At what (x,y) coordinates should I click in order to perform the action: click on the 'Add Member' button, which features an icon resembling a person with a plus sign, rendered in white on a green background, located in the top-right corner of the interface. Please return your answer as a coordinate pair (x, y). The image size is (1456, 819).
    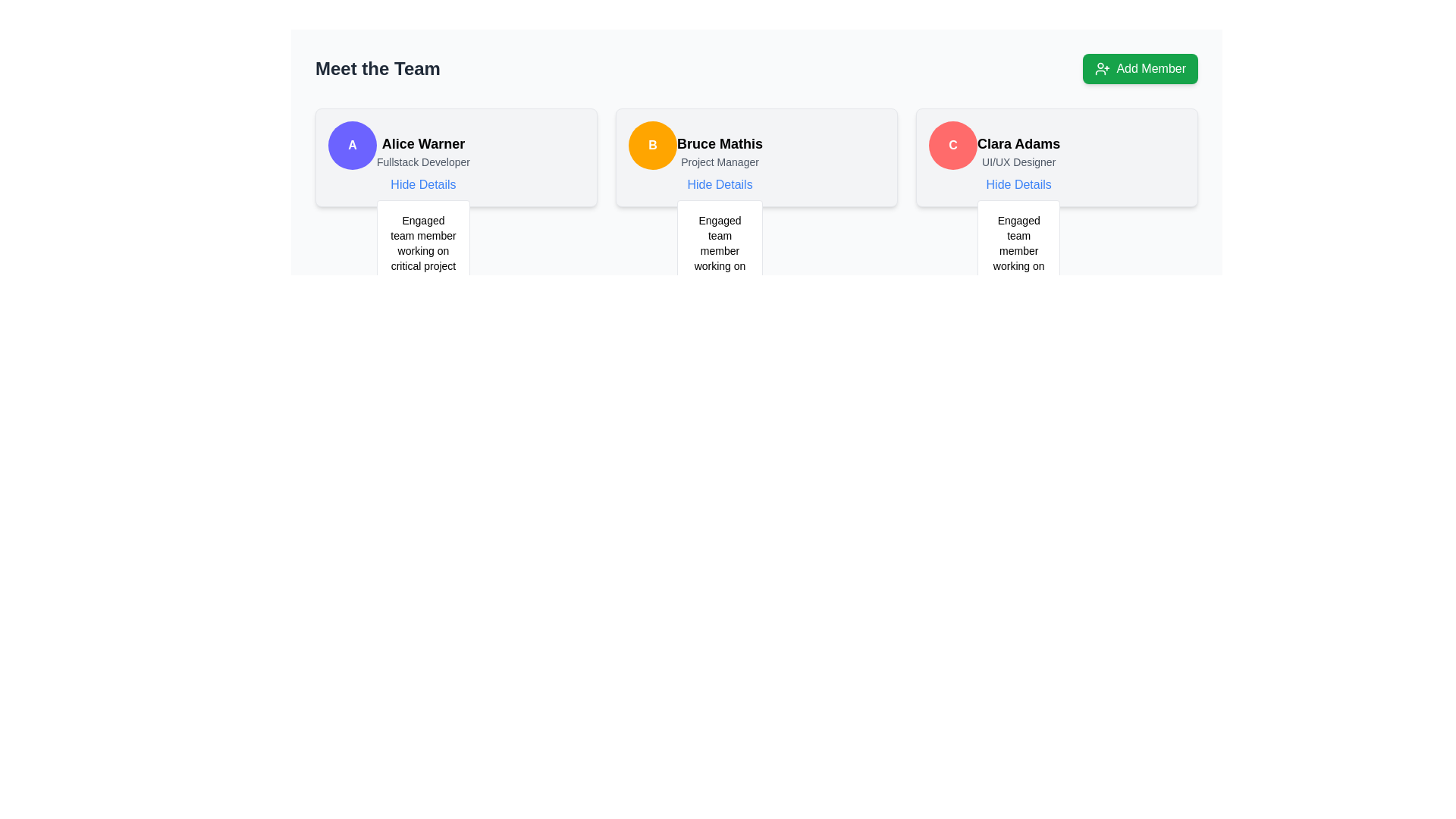
    Looking at the image, I should click on (1103, 69).